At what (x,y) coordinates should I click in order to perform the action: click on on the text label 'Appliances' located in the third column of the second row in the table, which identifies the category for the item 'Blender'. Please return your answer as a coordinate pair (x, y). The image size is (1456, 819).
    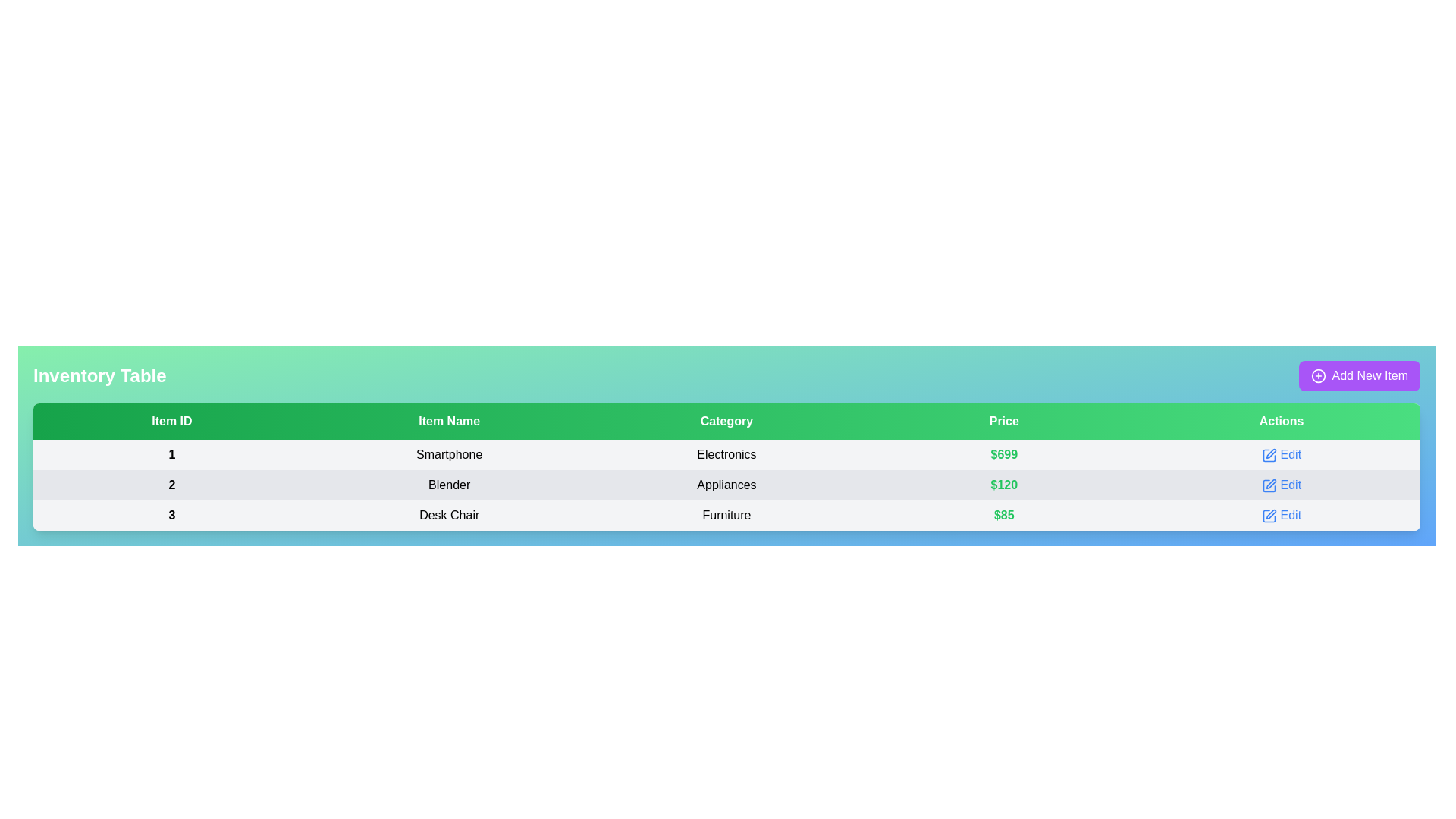
    Looking at the image, I should click on (726, 485).